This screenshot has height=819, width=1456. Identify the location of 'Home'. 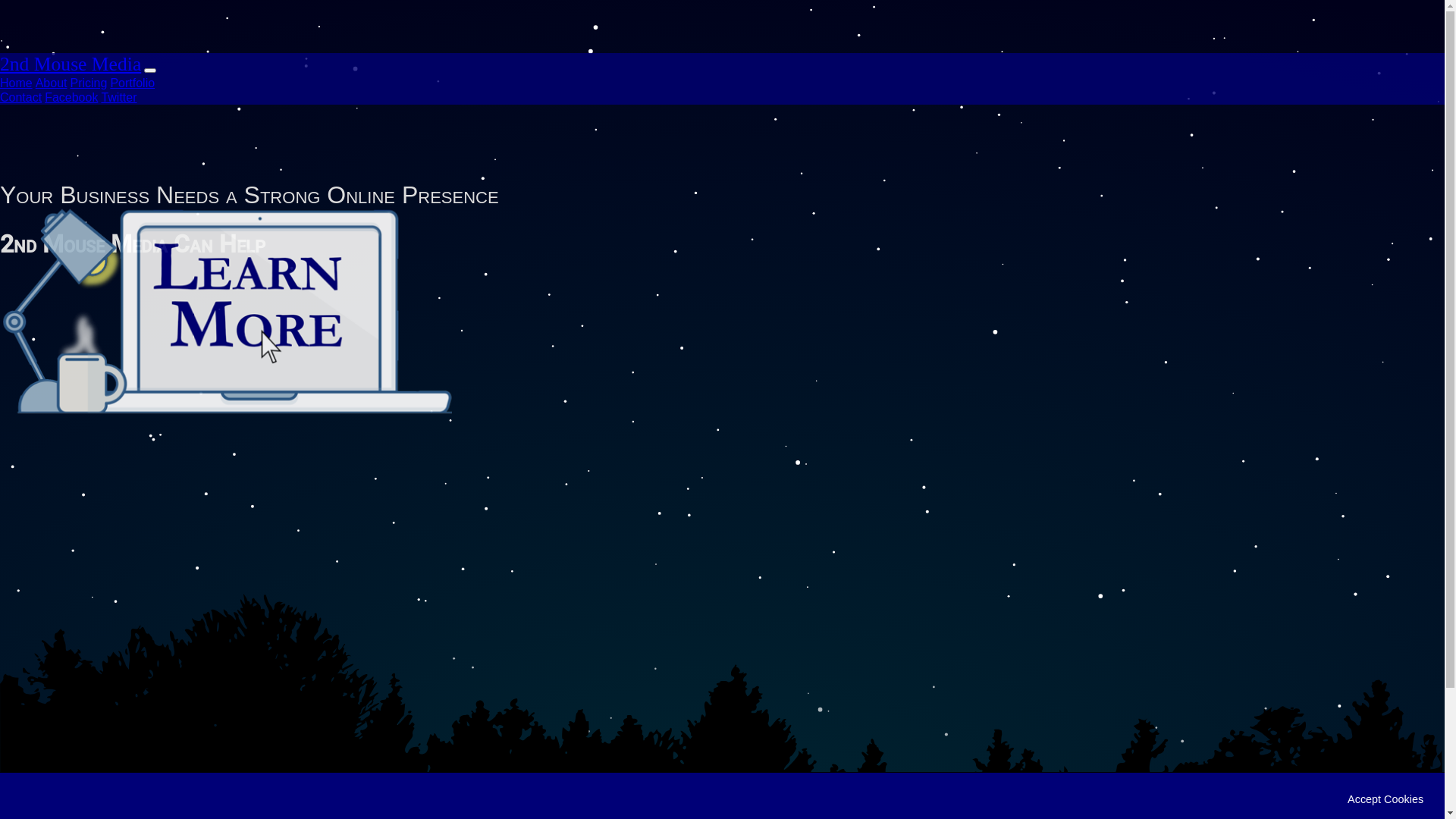
(16, 83).